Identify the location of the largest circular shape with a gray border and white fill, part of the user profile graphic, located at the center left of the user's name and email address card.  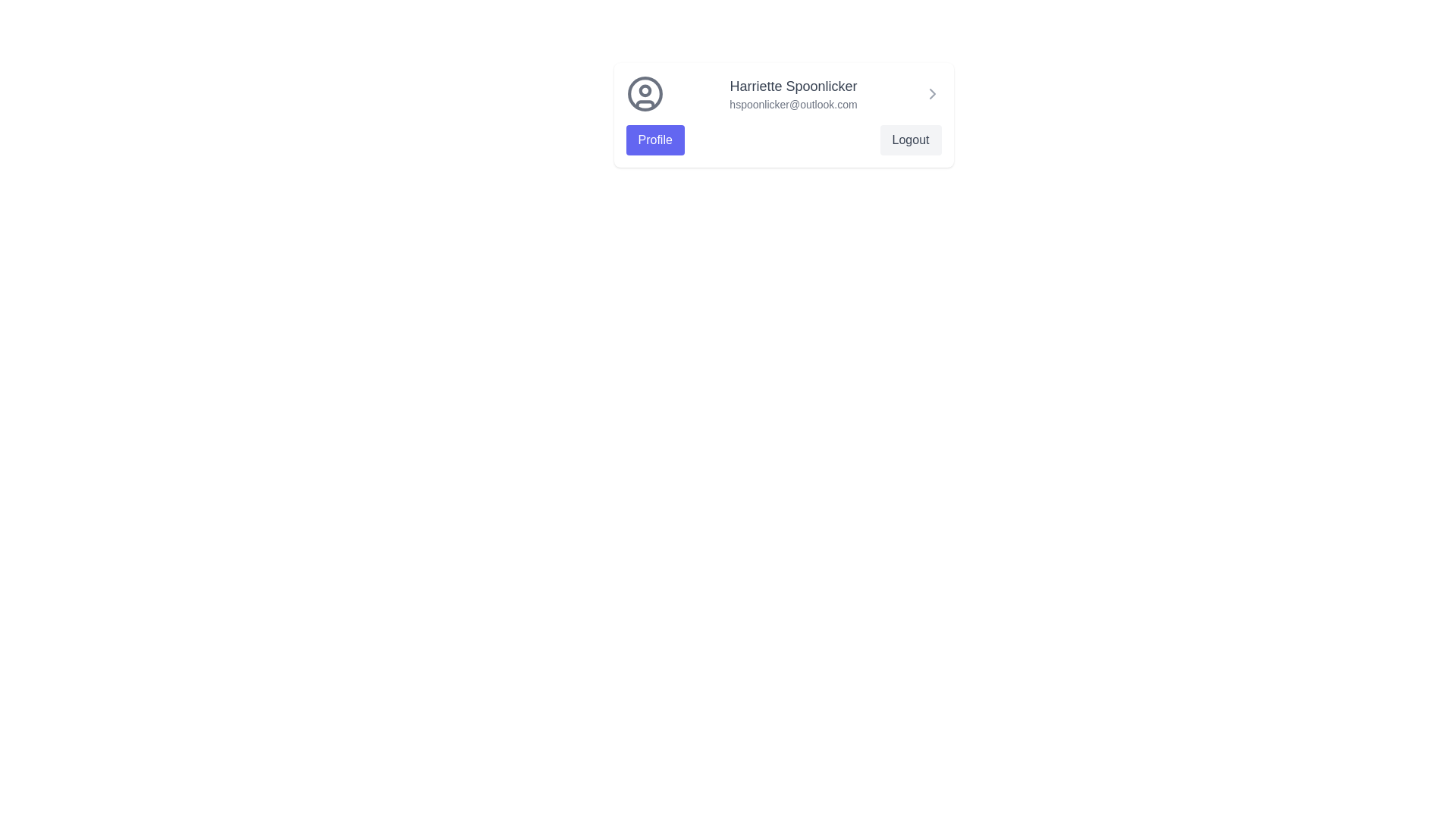
(645, 93).